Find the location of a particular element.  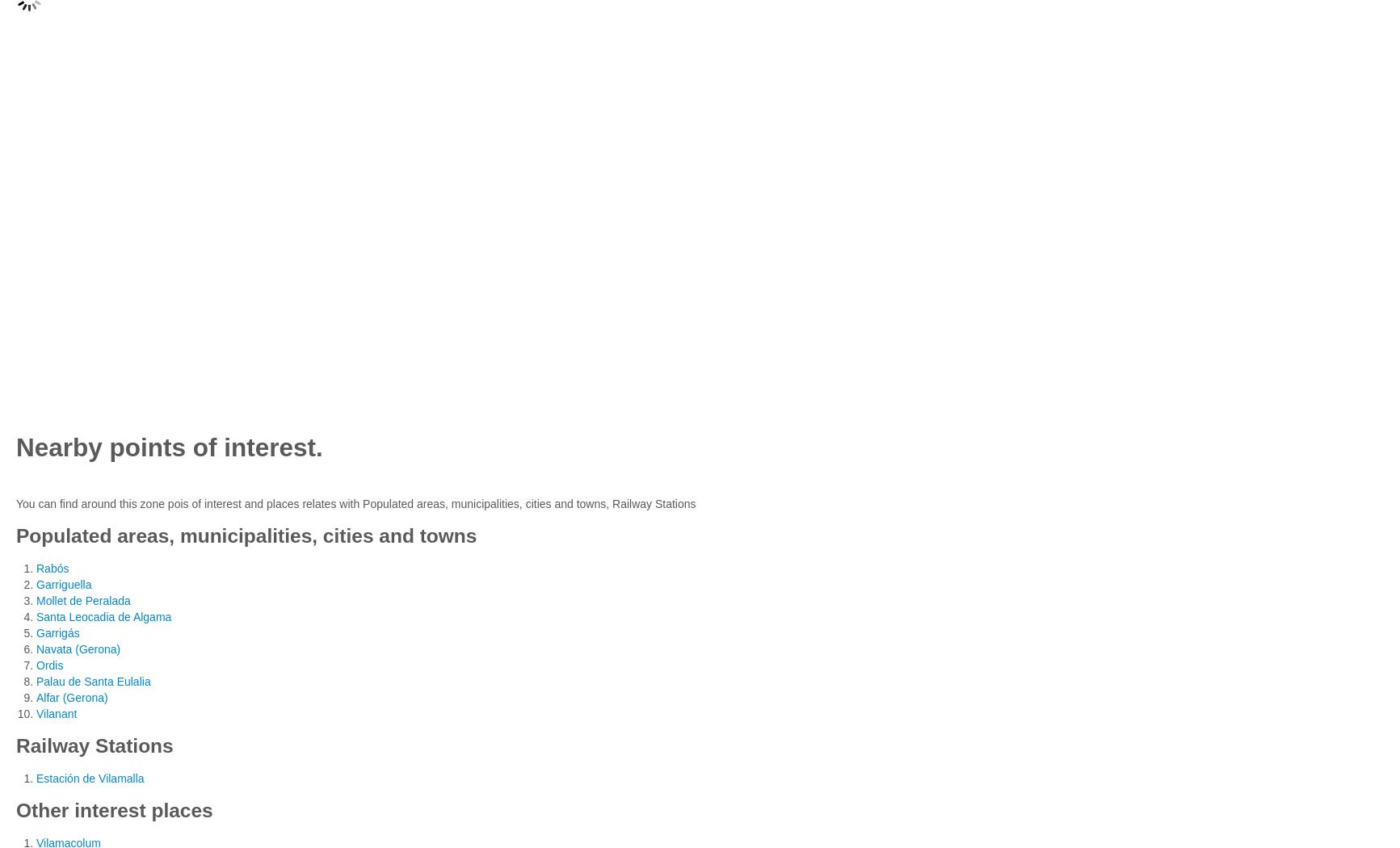

'Mollet de Peralada' is located at coordinates (82, 598).